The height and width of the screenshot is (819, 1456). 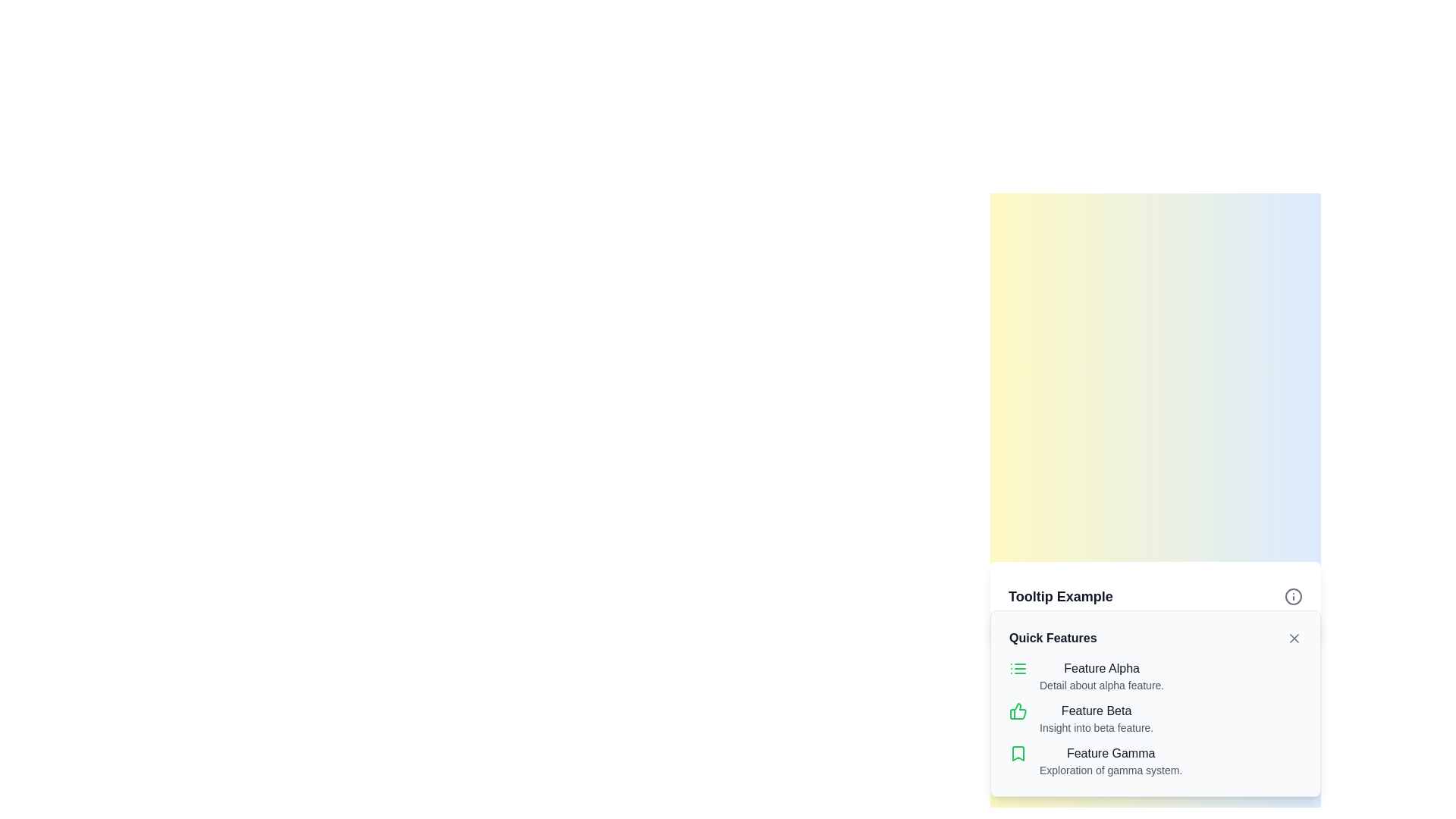 What do you see at coordinates (1102, 675) in the screenshot?
I see `and interpret the text displayed in the 'Feature Alpha' text block located under the 'Quick Features' section, positioned just below the green icon` at bounding box center [1102, 675].